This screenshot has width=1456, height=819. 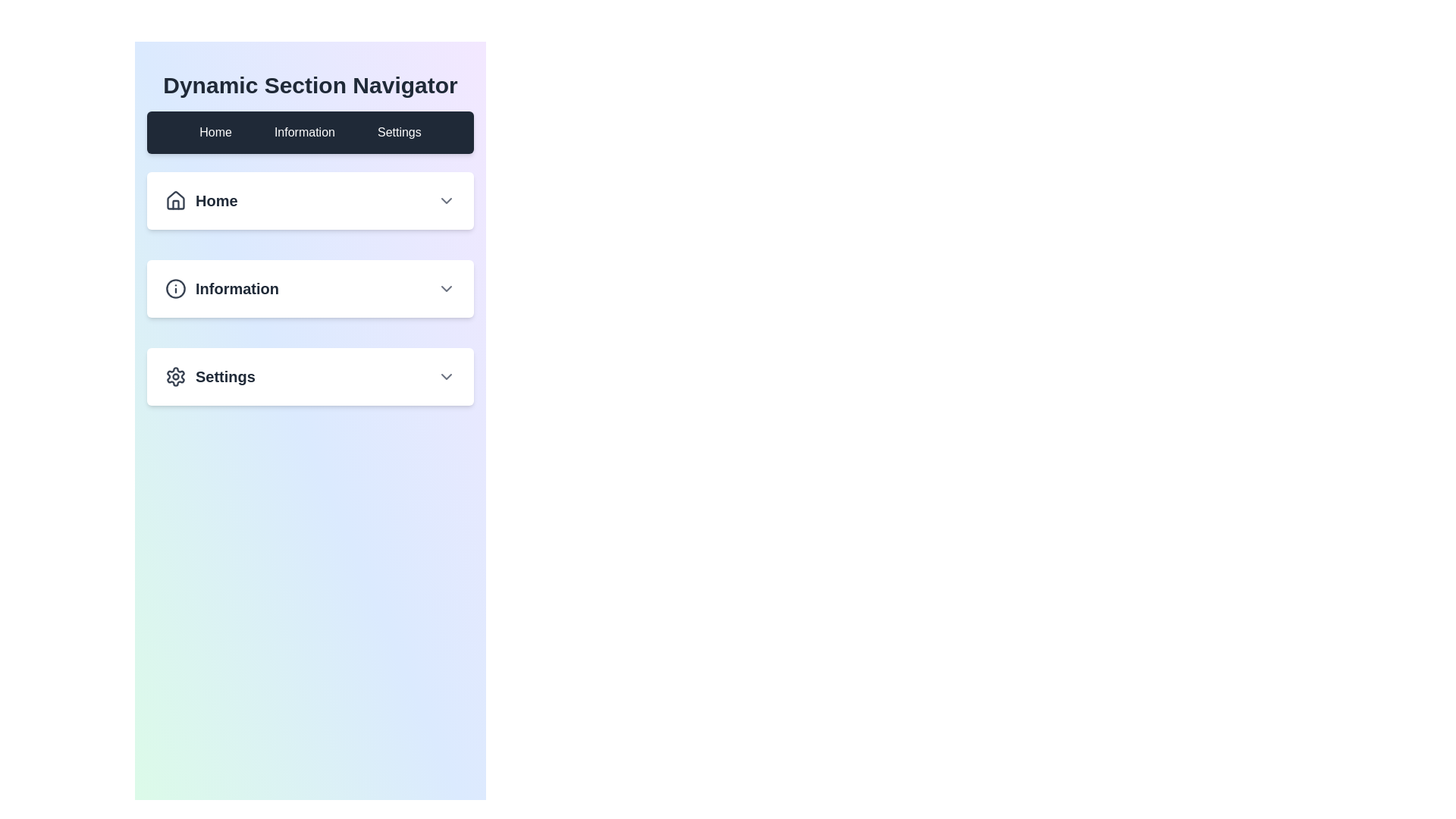 What do you see at coordinates (446, 200) in the screenshot?
I see `the chevron icon located to the right of the 'Home' text in the 'Home' section` at bounding box center [446, 200].